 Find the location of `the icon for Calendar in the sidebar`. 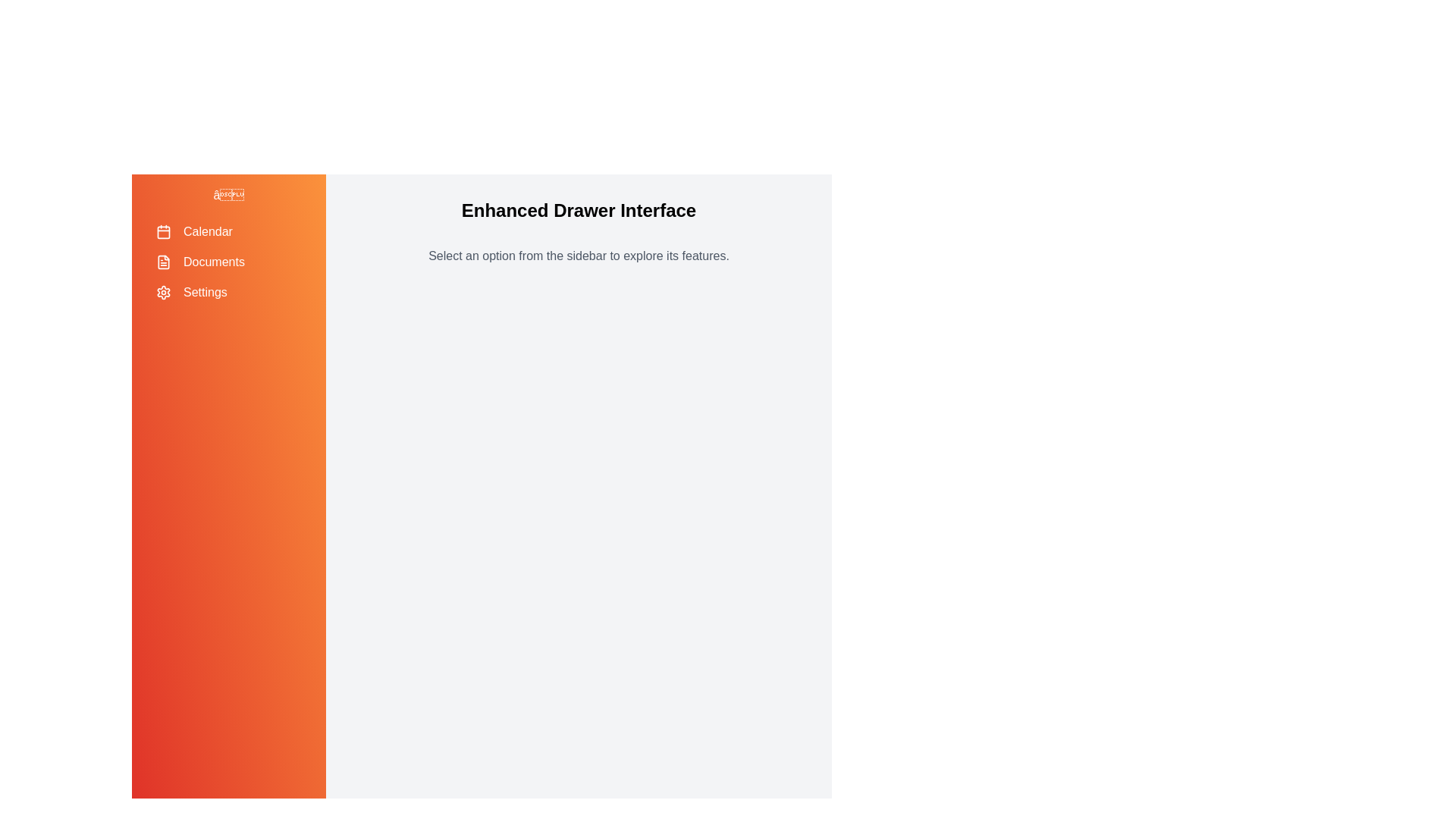

the icon for Calendar in the sidebar is located at coordinates (164, 231).